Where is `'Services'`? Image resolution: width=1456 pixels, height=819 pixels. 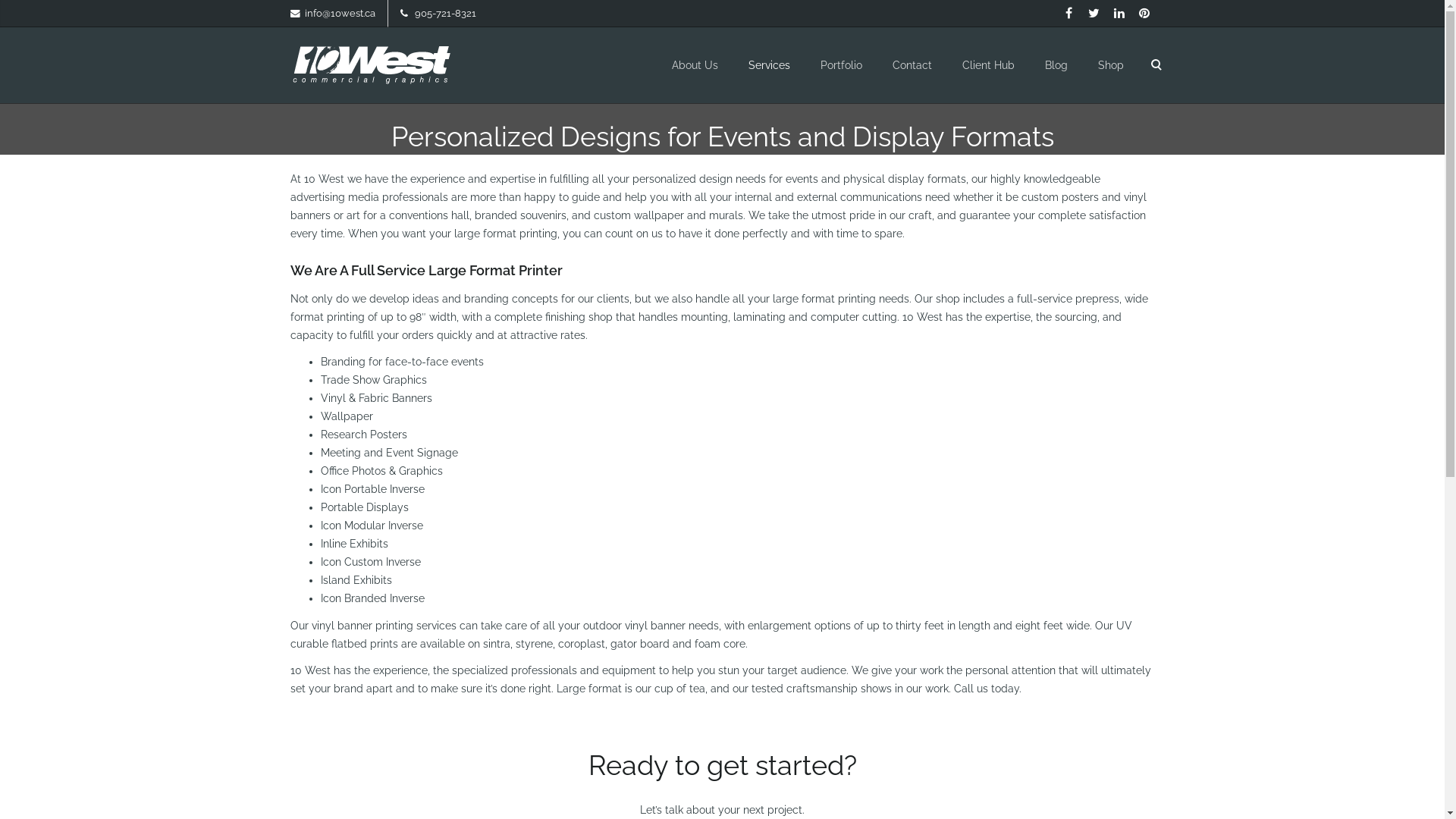 'Services' is located at coordinates (768, 64).